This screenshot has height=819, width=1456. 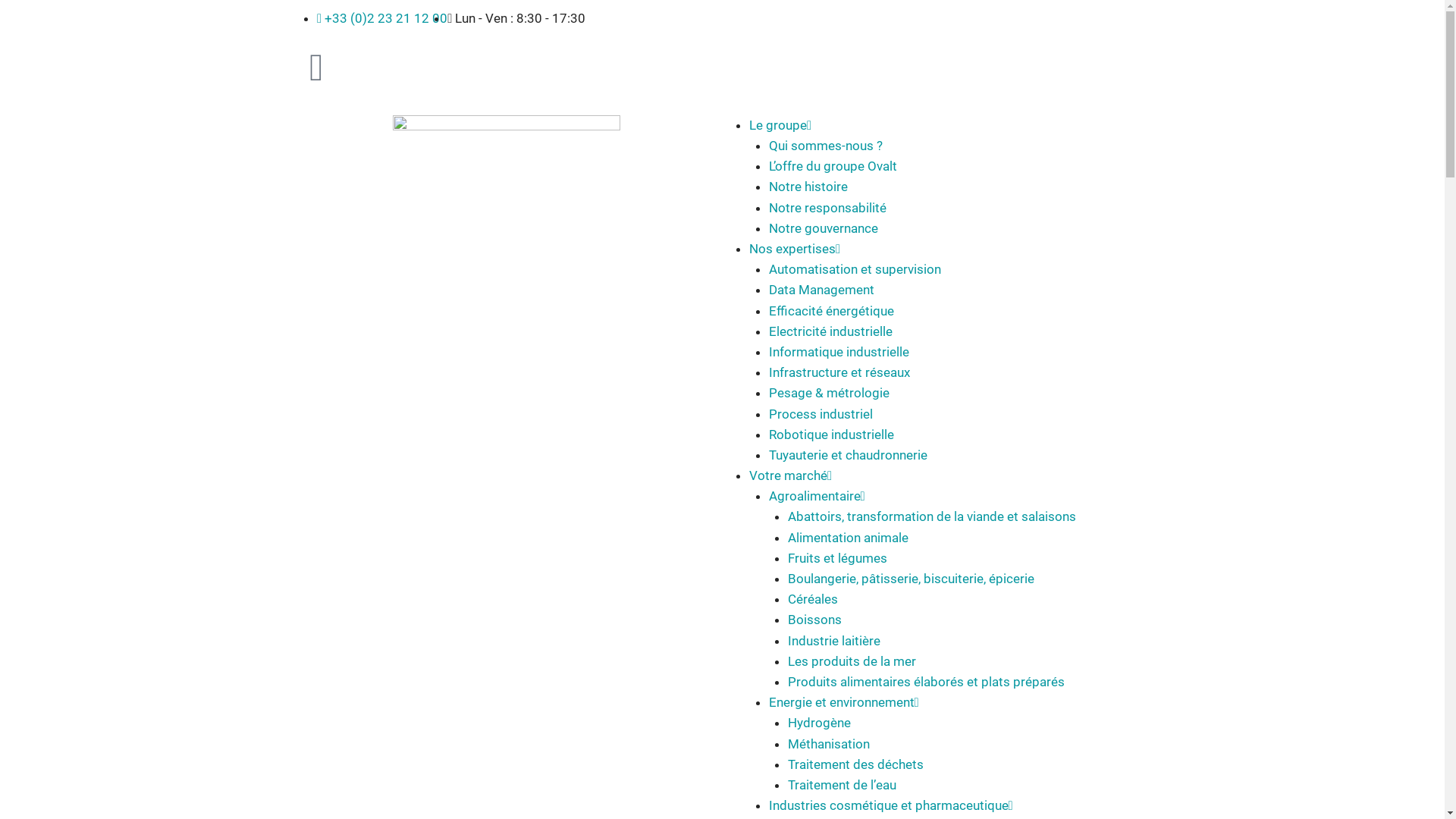 I want to click on 'Energie et environnement', so click(x=840, y=701).